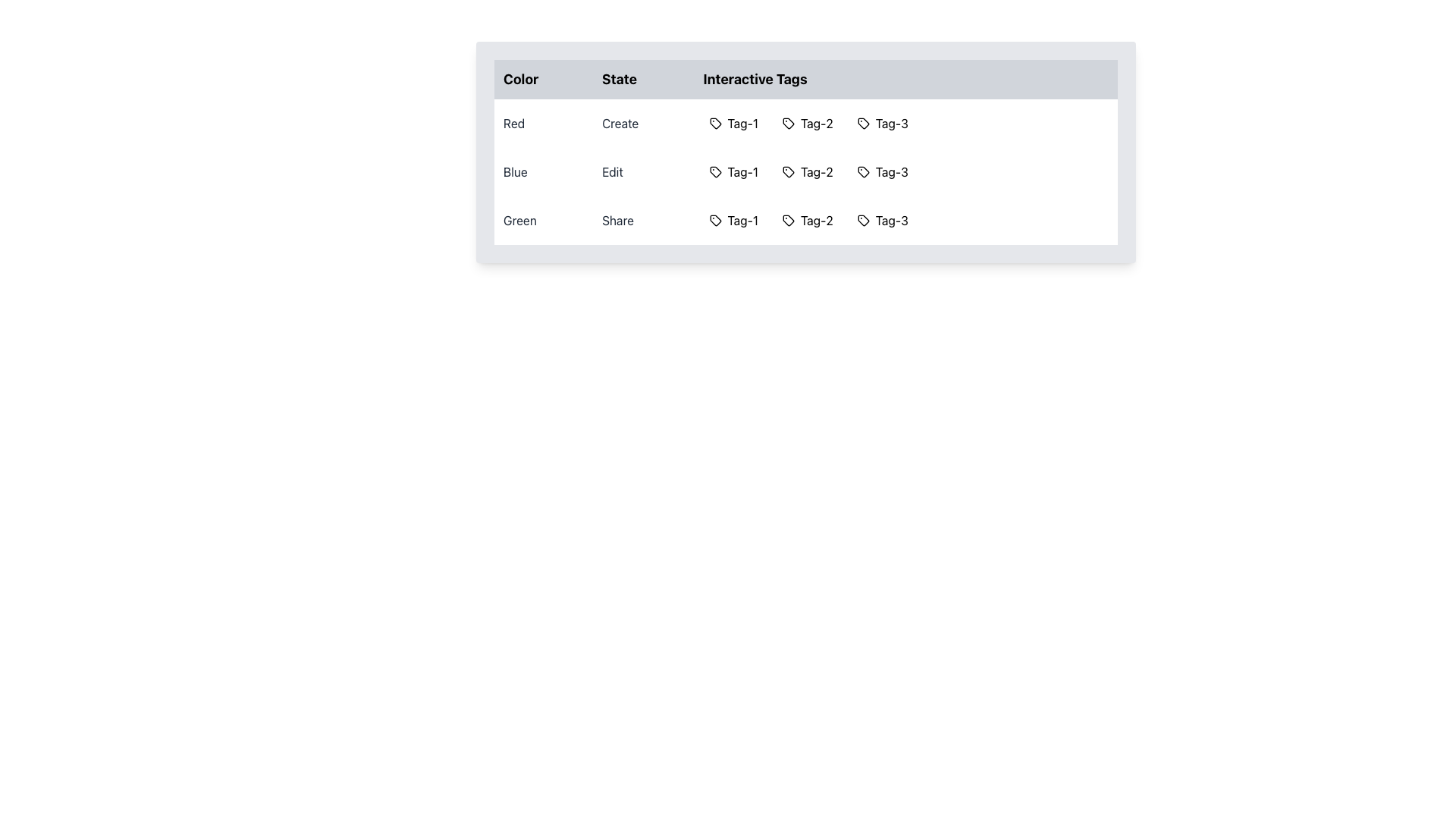 The width and height of the screenshot is (1456, 819). Describe the element at coordinates (789, 171) in the screenshot. I see `the black outlined tag icon located in the 'Blue' row and 'Tag-2' column of the table, which is the second icon in the 'Interactive Tags' column` at that location.